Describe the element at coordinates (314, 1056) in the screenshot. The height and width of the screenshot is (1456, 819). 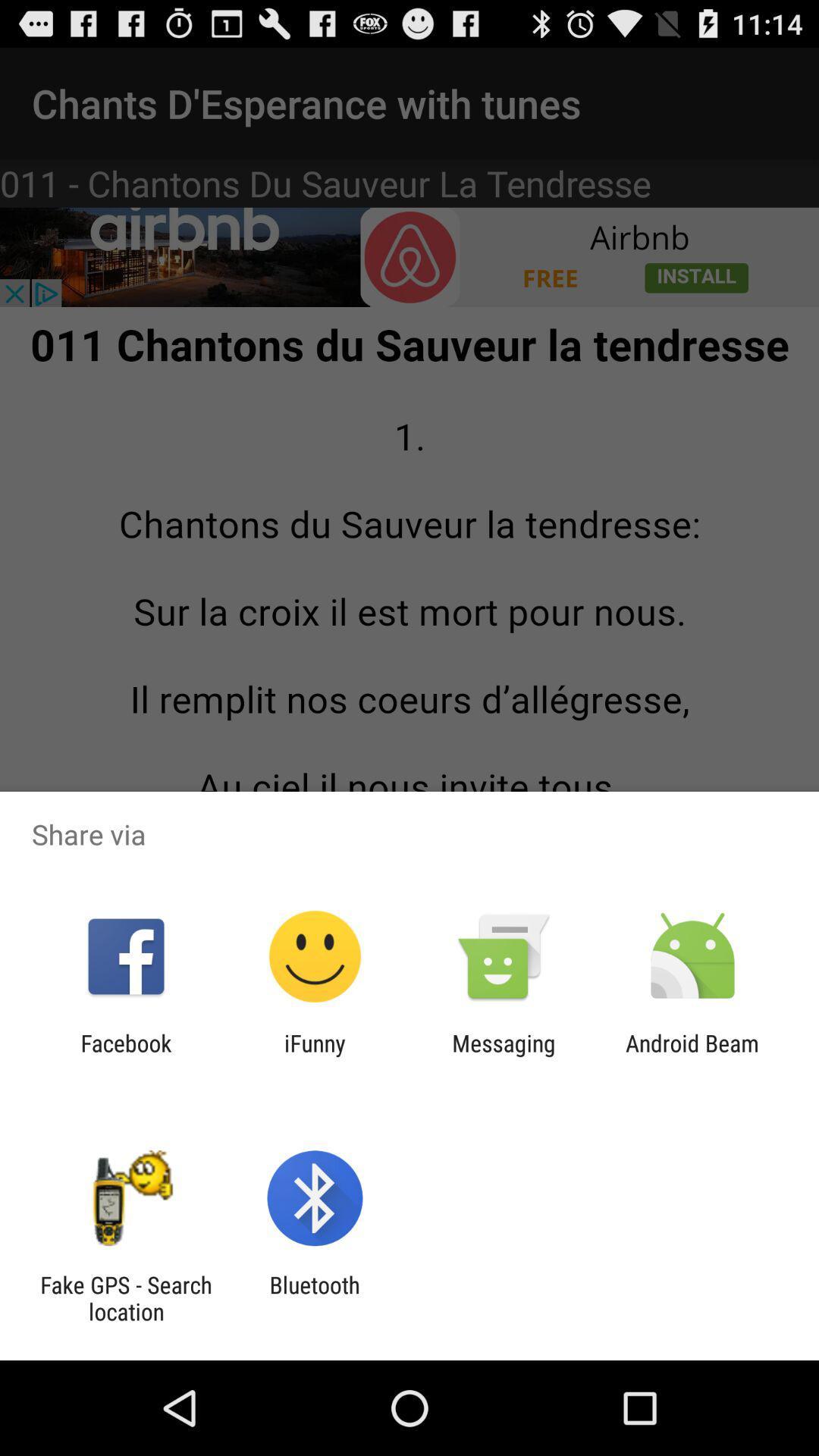
I see `the icon next to messaging app` at that location.